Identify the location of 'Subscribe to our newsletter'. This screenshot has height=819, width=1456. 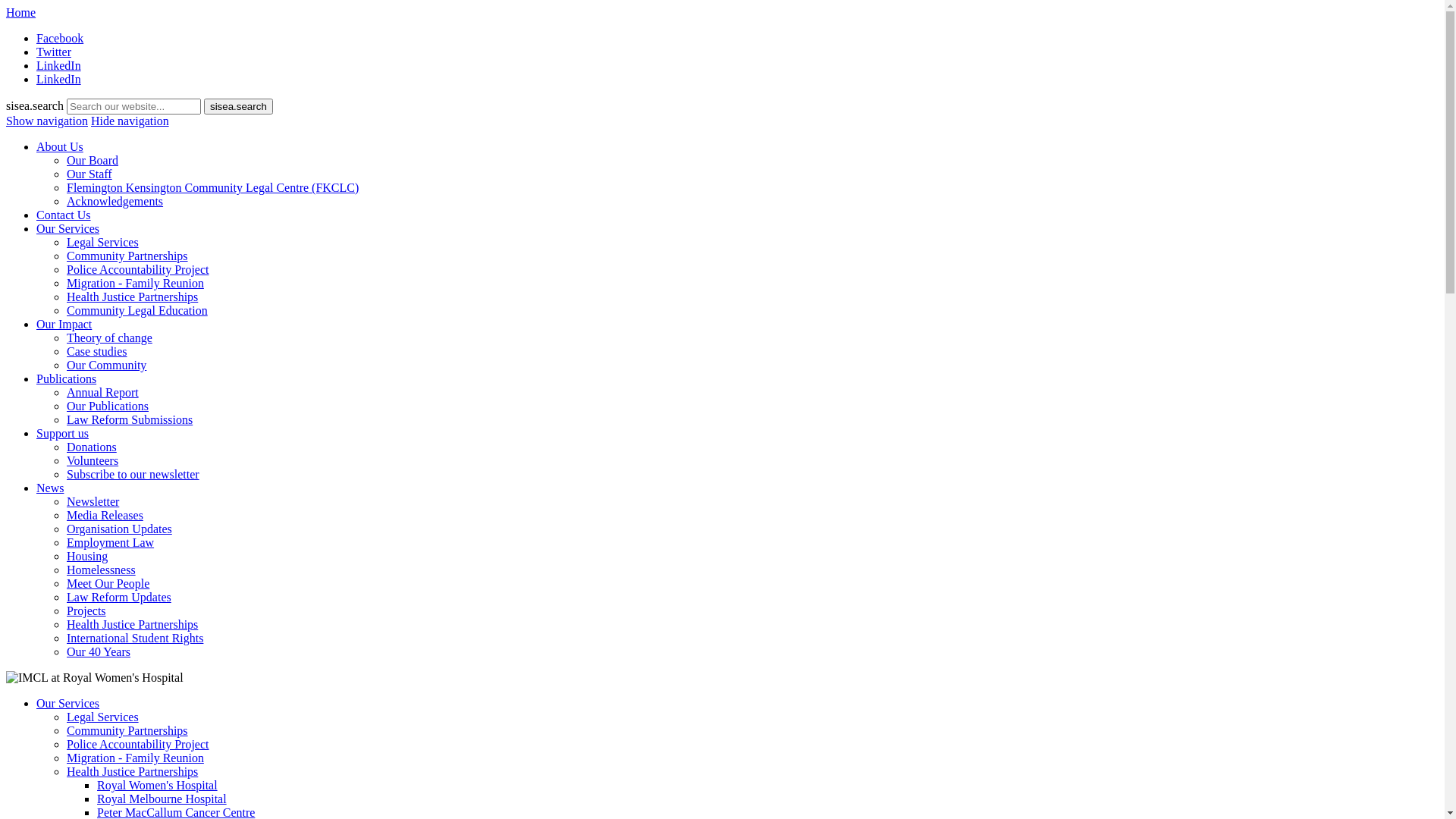
(65, 473).